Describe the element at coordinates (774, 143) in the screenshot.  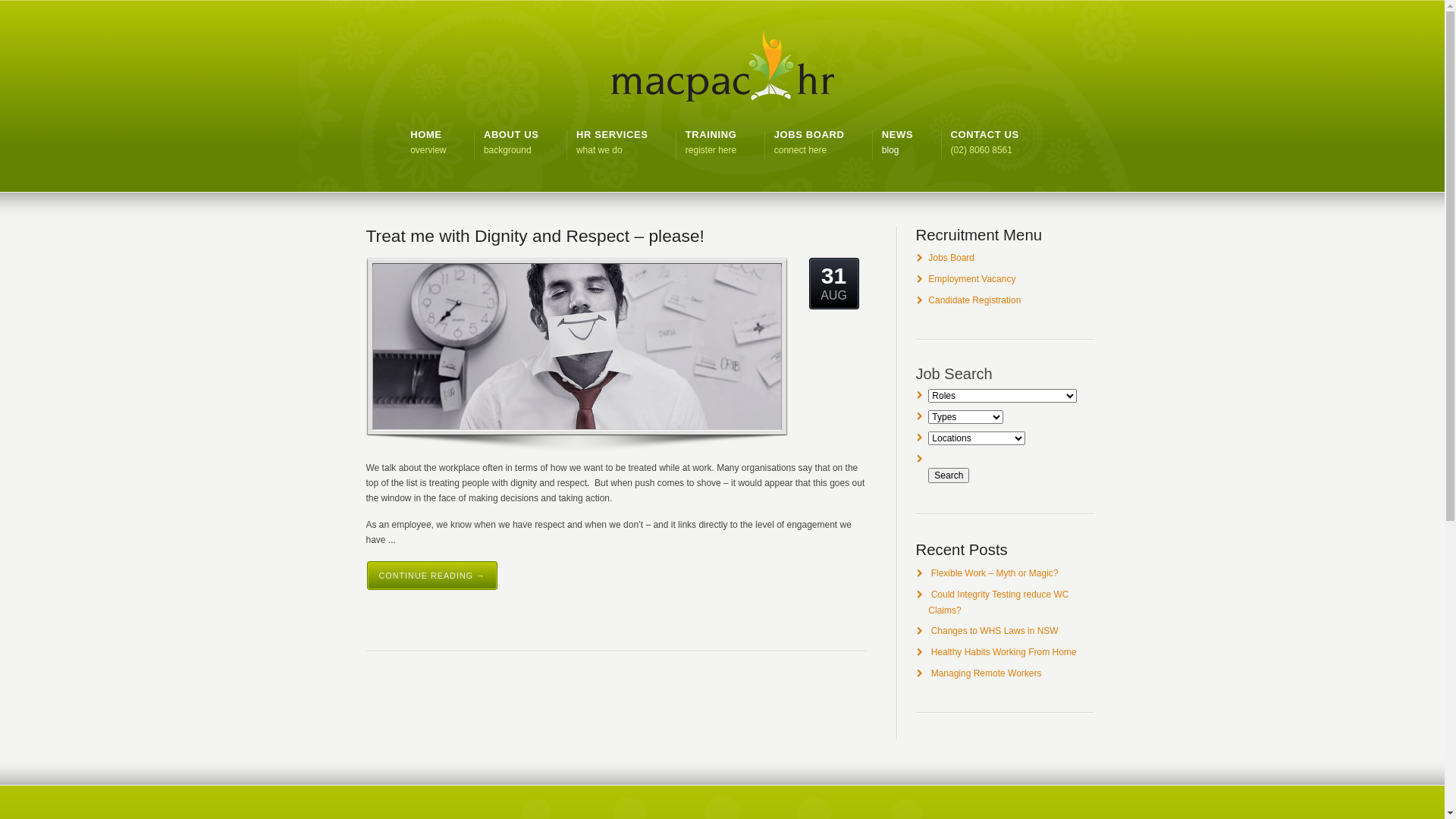
I see `'JOBS BOARD` at that location.